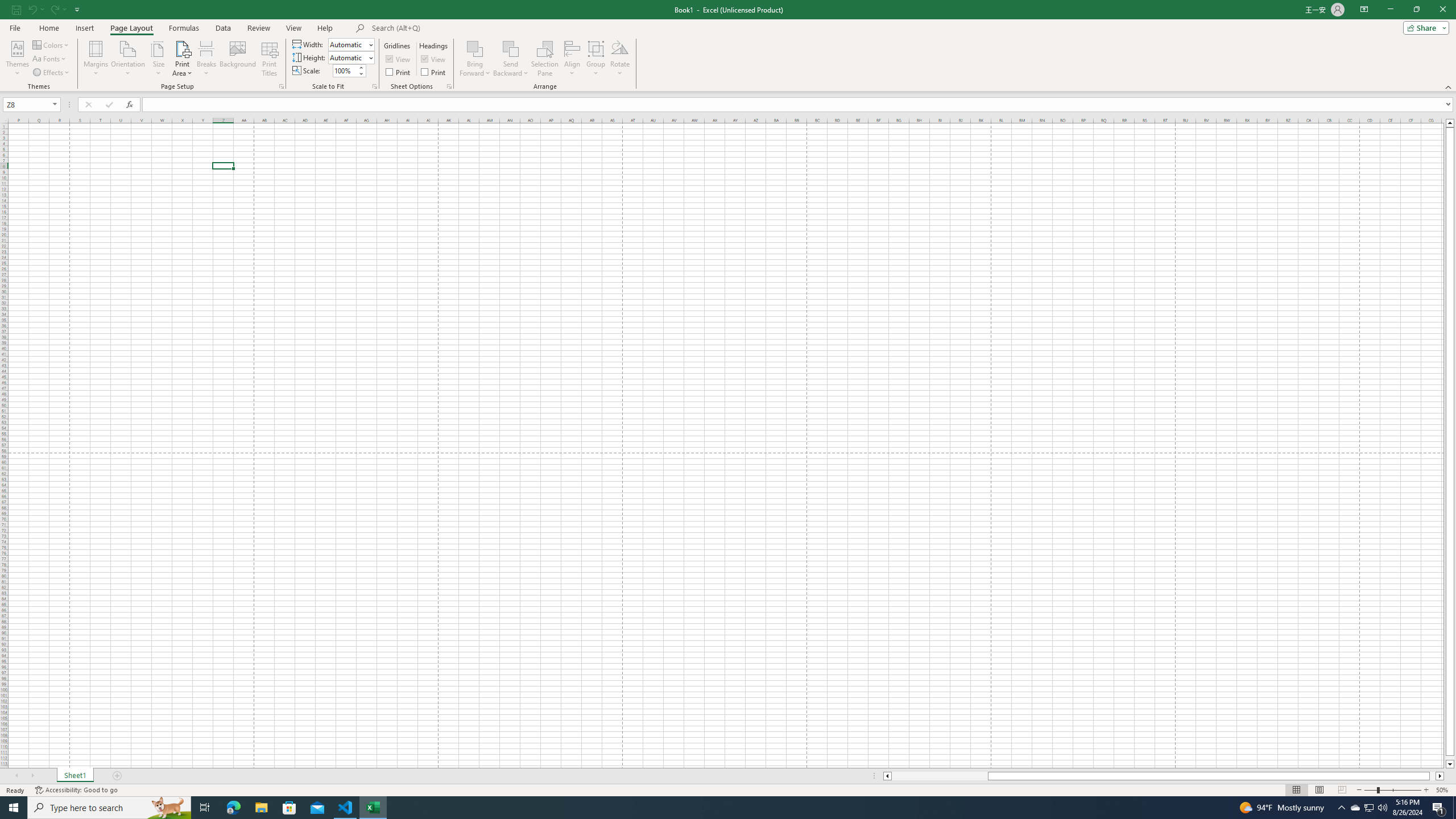 The height and width of the screenshot is (819, 1456). I want to click on 'Line down', so click(1449, 764).